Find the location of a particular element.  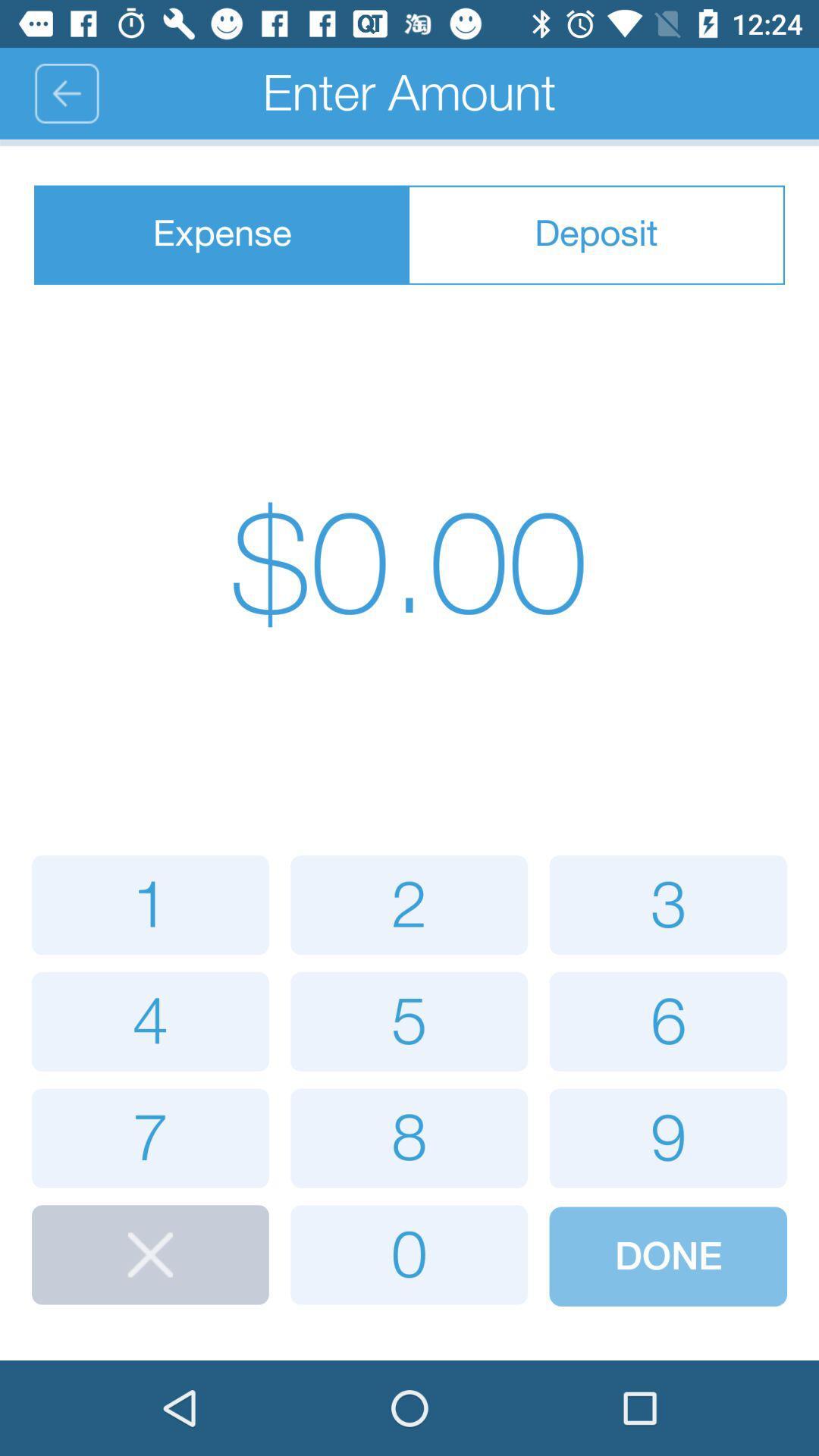

button with 9 is located at coordinates (667, 1138).